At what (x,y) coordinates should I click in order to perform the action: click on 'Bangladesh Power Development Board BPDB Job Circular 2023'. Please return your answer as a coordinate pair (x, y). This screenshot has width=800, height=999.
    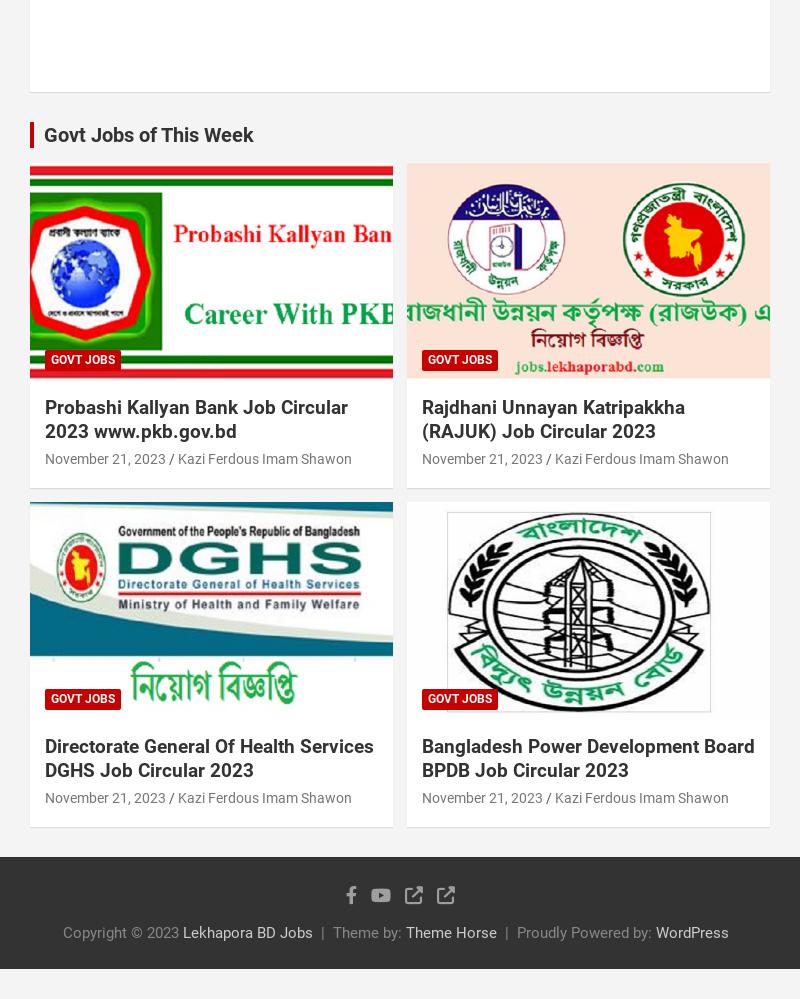
    Looking at the image, I should click on (587, 757).